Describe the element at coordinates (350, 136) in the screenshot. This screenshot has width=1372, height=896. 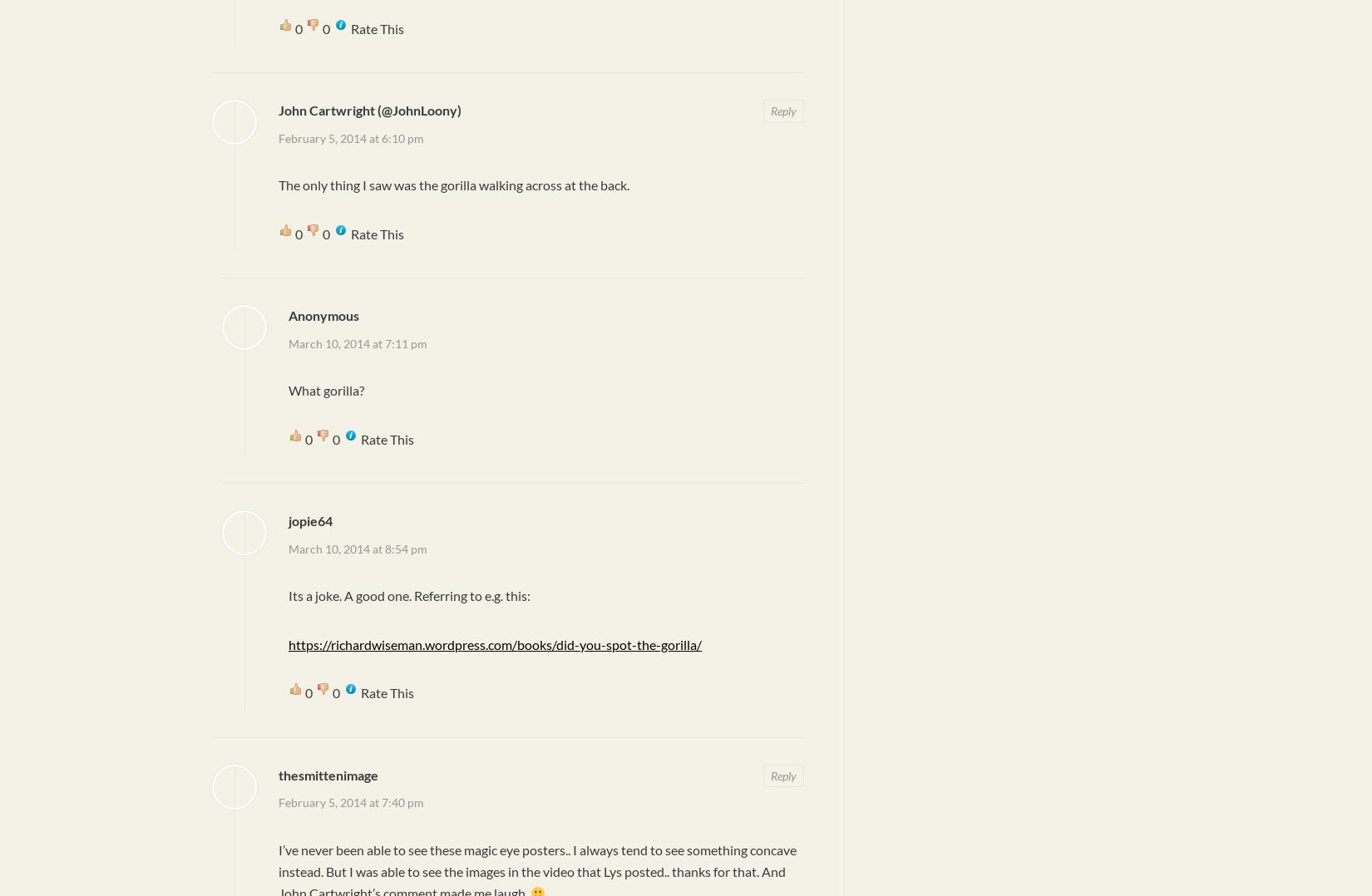
I see `'February 5, 2014 at 6:10 pm'` at that location.